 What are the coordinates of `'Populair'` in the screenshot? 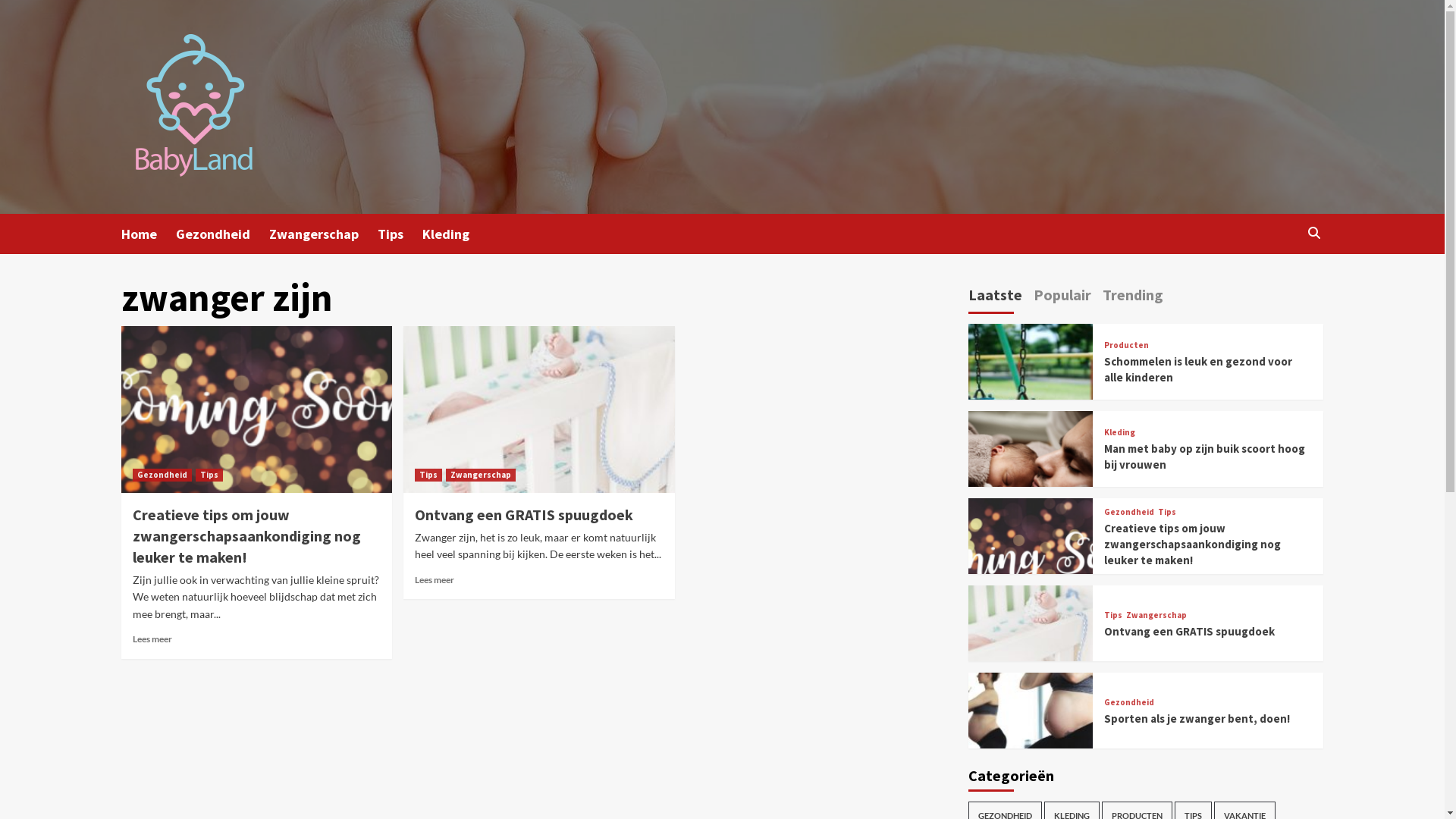 It's located at (1062, 297).